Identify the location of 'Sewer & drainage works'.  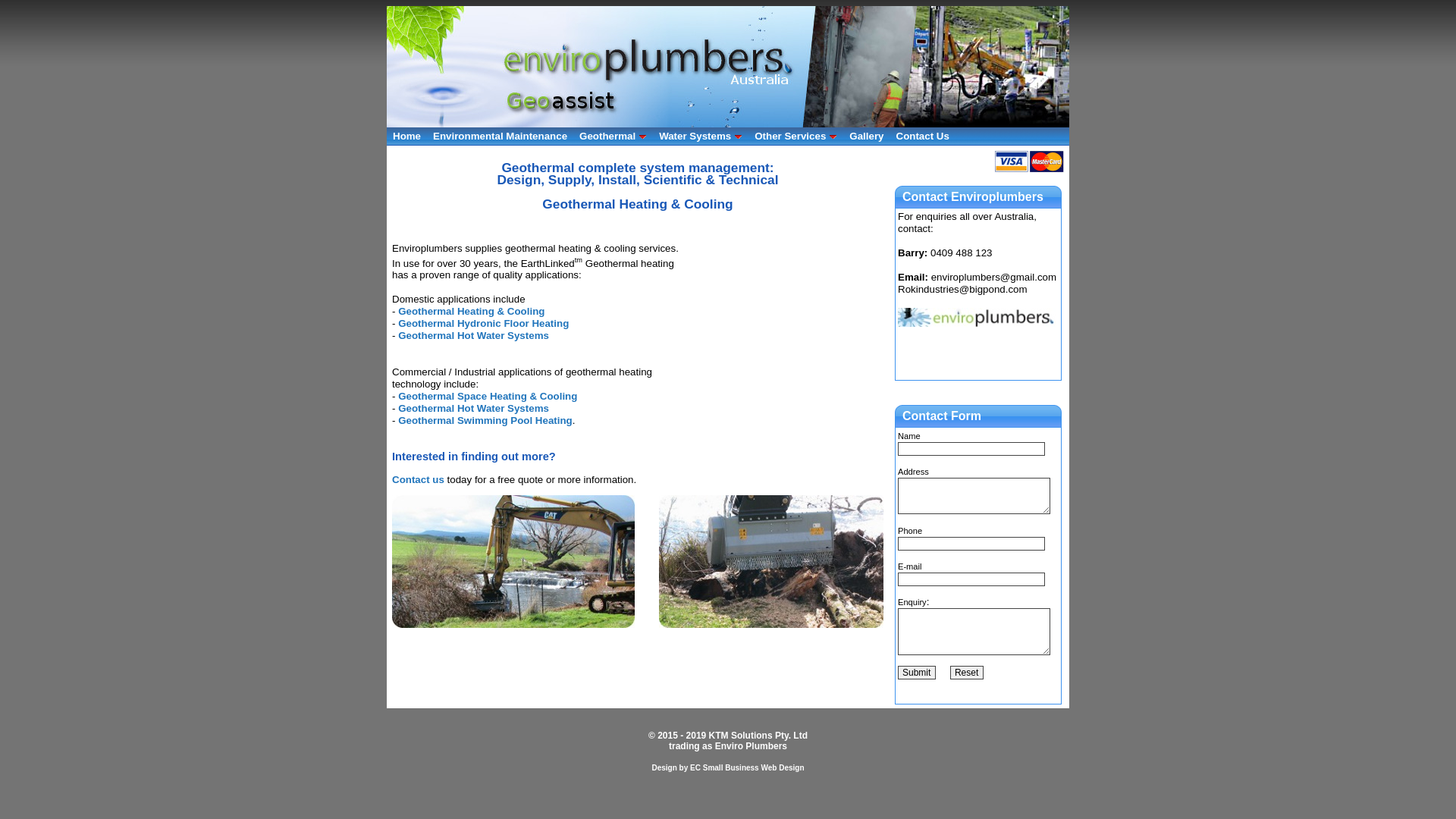
(513, 561).